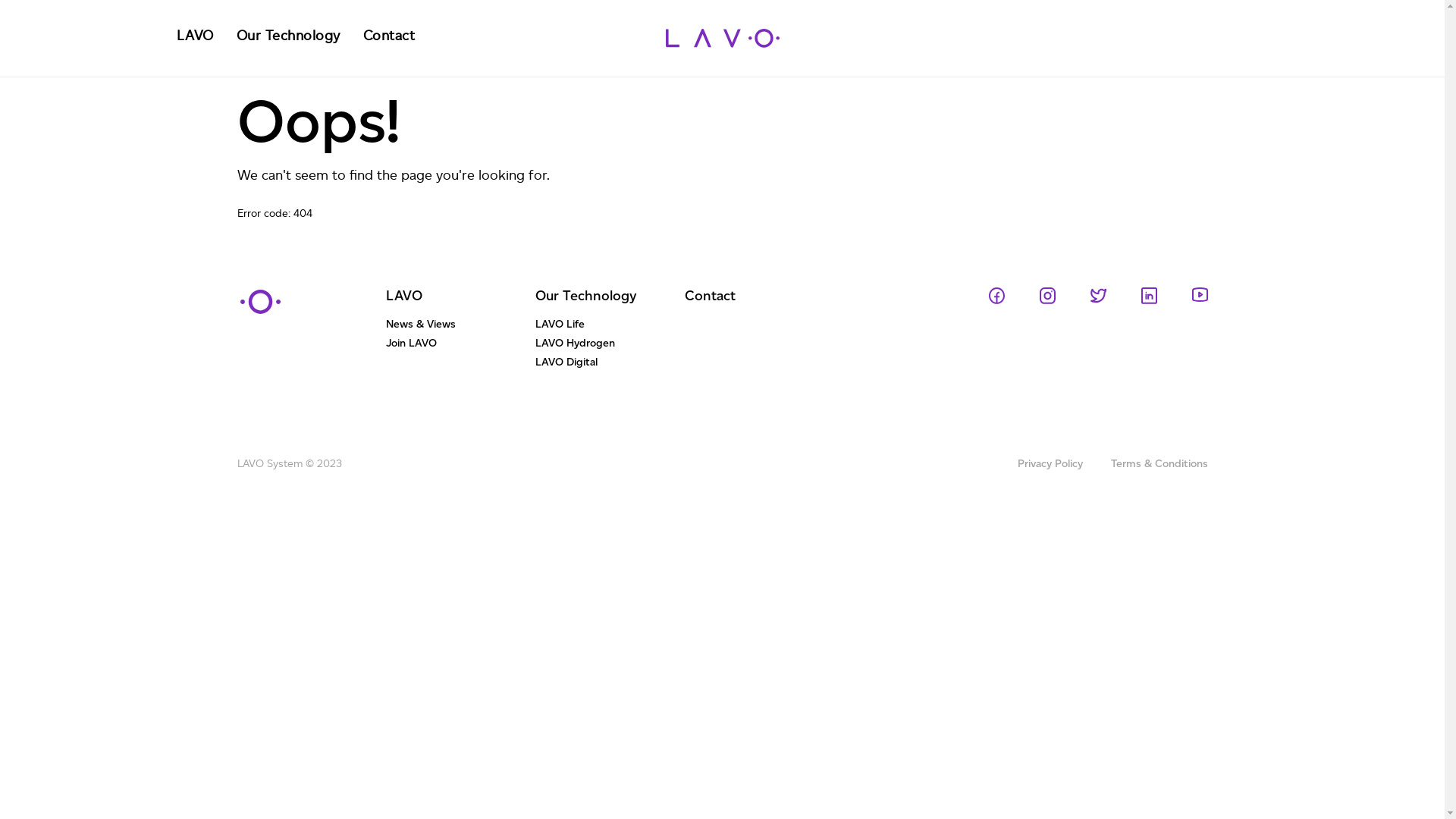  I want to click on 'LAVO Hydrogen', so click(610, 346).